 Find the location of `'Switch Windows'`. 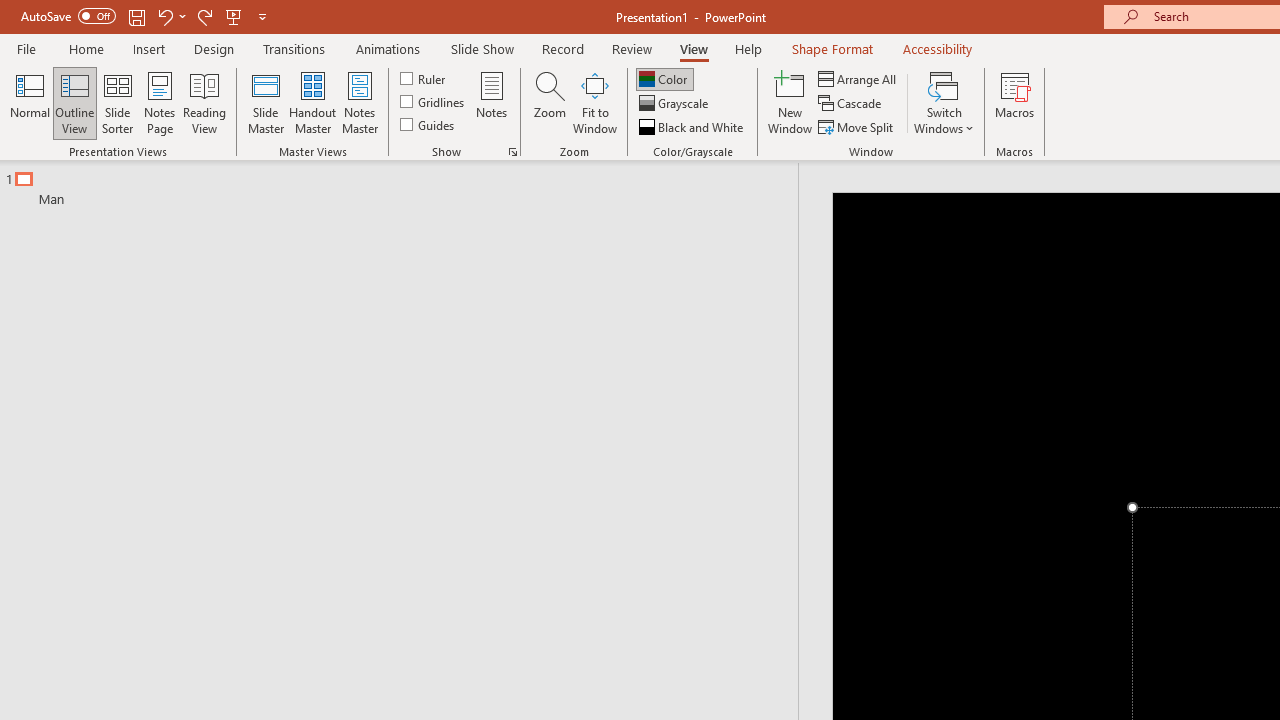

'Switch Windows' is located at coordinates (943, 103).